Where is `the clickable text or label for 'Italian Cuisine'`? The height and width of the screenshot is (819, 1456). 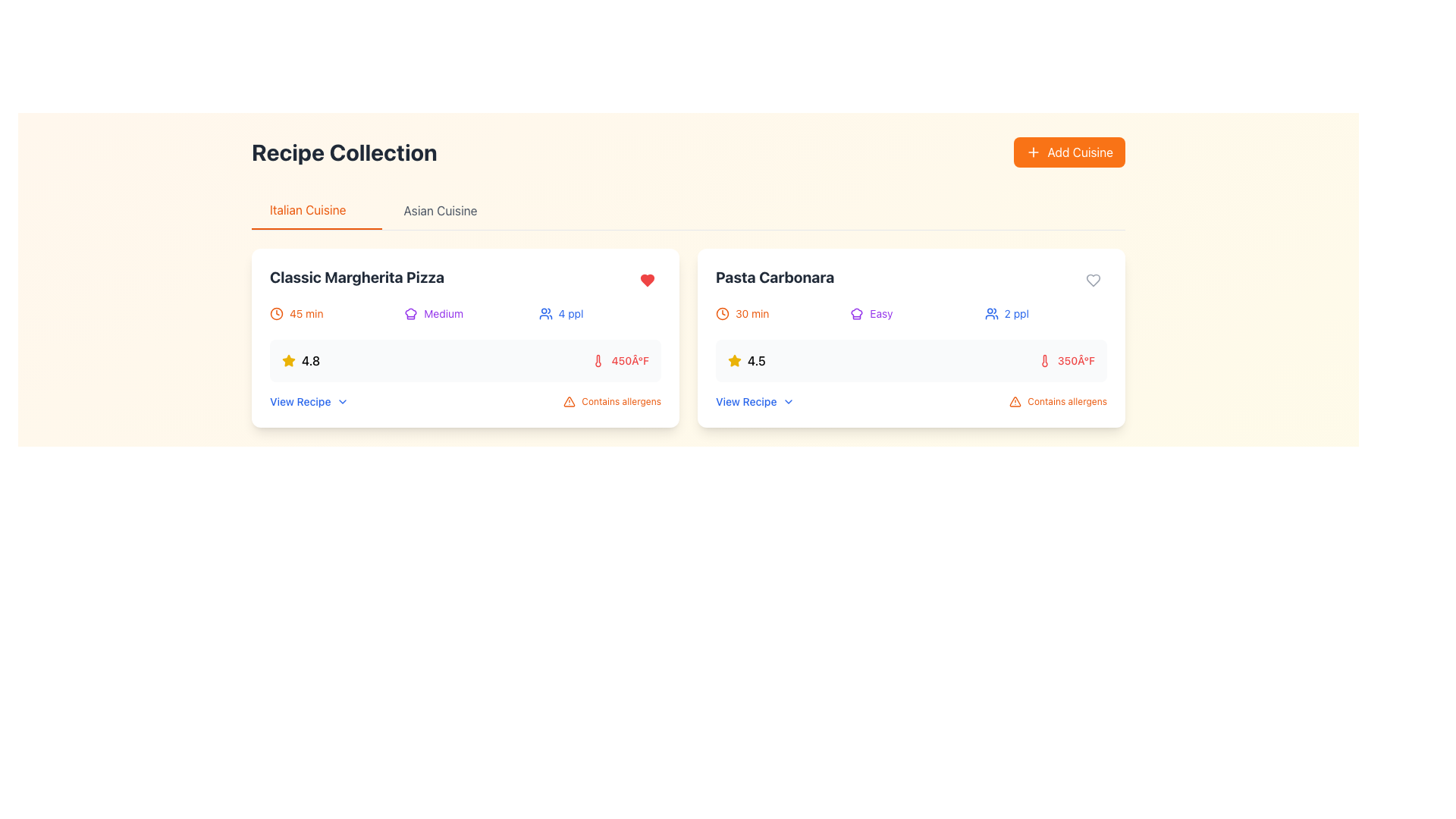 the clickable text or label for 'Italian Cuisine' is located at coordinates (316, 210).